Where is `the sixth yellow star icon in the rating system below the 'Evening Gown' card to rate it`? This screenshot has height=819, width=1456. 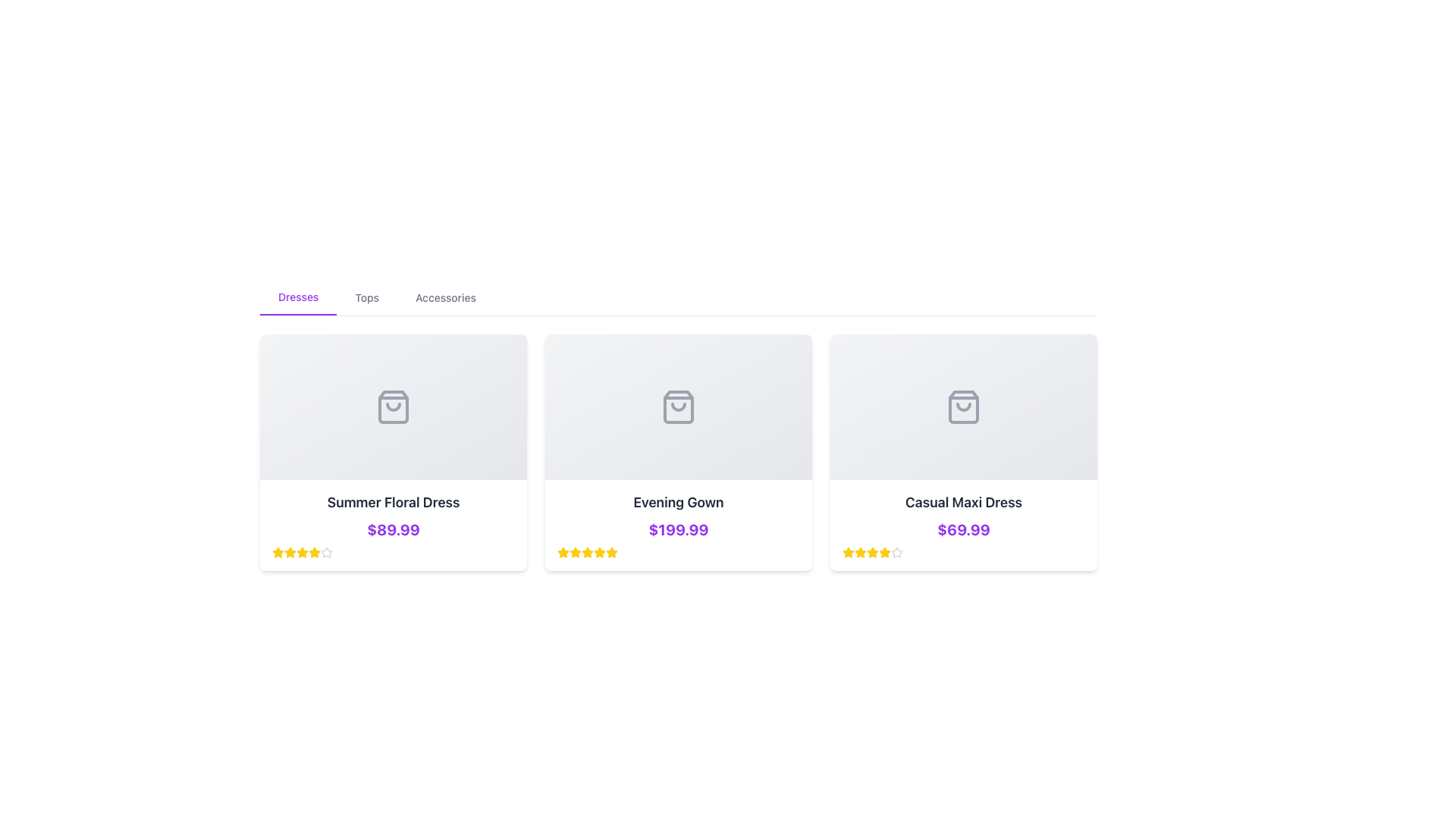 the sixth yellow star icon in the rating system below the 'Evening Gown' card to rate it is located at coordinates (599, 553).